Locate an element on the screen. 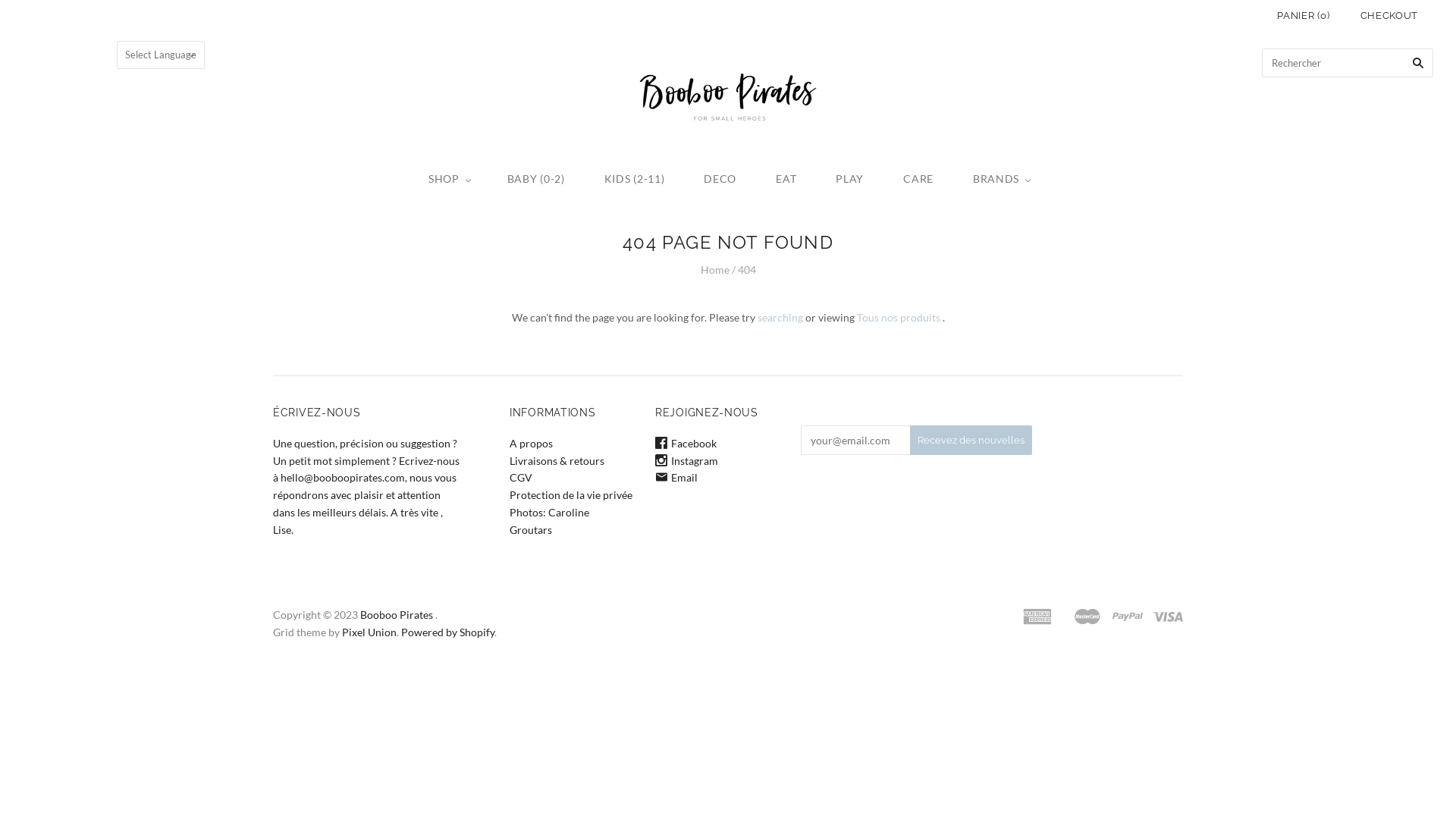  'CGV' is located at coordinates (510, 476).